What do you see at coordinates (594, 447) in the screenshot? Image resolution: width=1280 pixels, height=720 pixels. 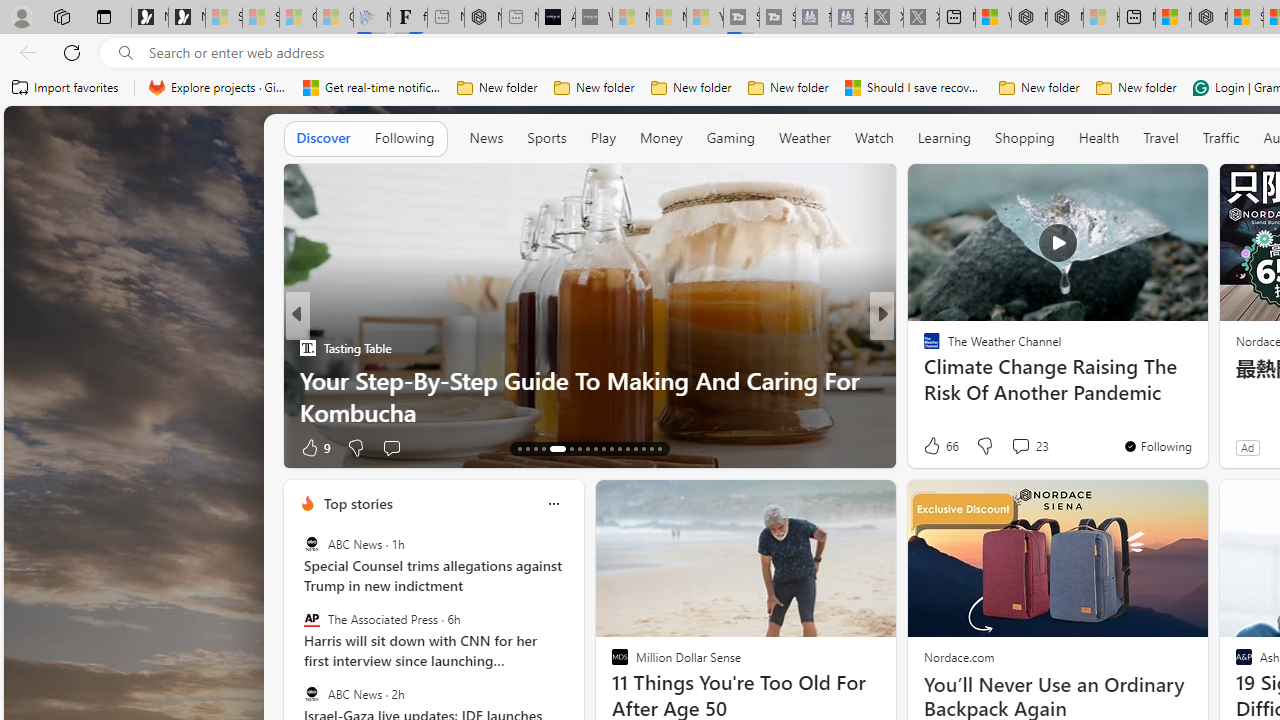 I see `'AutomationID: tab-21'` at bounding box center [594, 447].